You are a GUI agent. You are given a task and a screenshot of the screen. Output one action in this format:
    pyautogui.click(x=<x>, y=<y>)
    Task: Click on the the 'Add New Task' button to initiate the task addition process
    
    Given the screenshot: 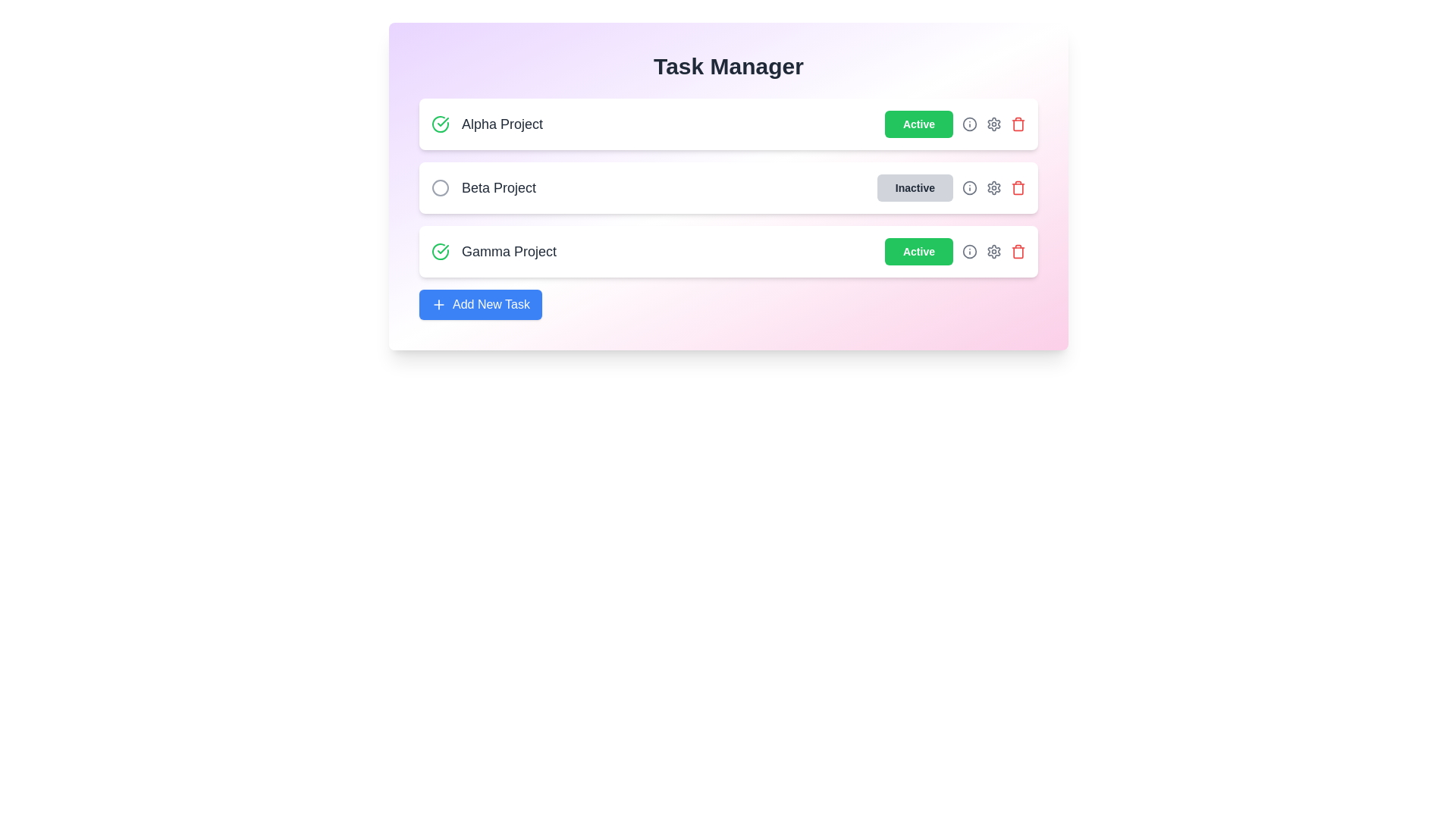 What is the action you would take?
    pyautogui.click(x=479, y=304)
    